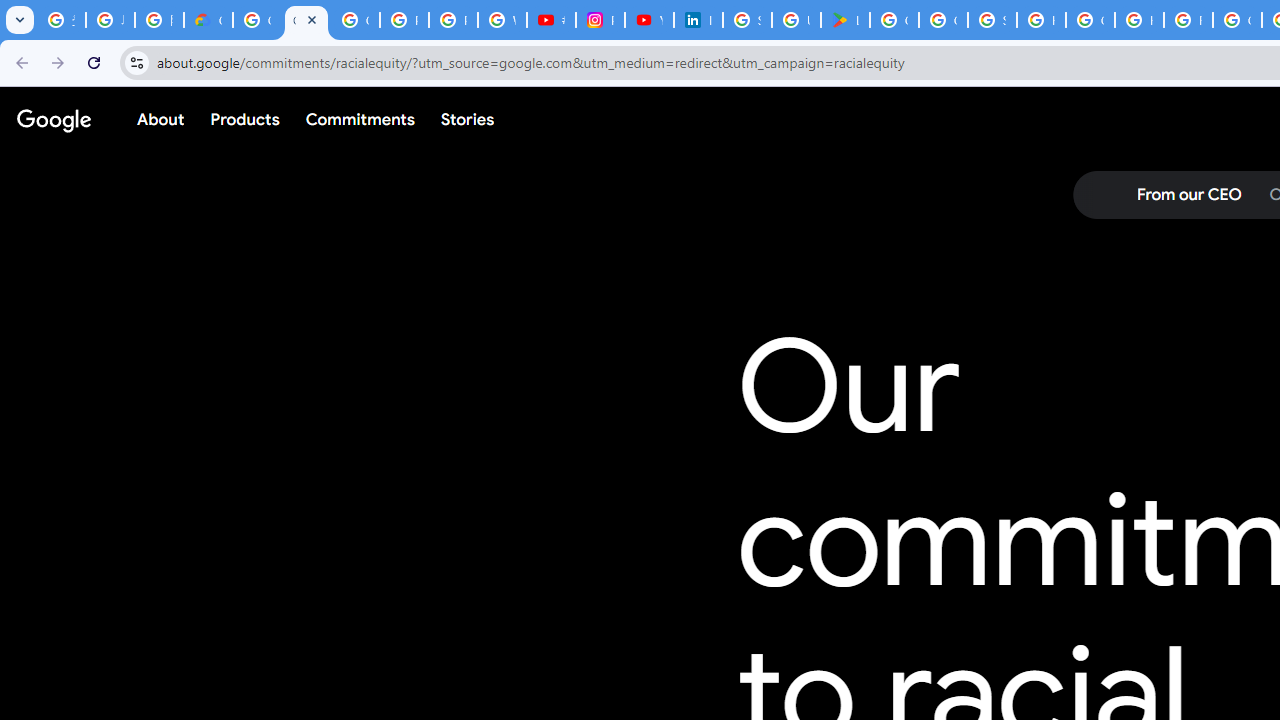 This screenshot has height=720, width=1280. Describe the element at coordinates (54, 119) in the screenshot. I see `'Google'` at that location.